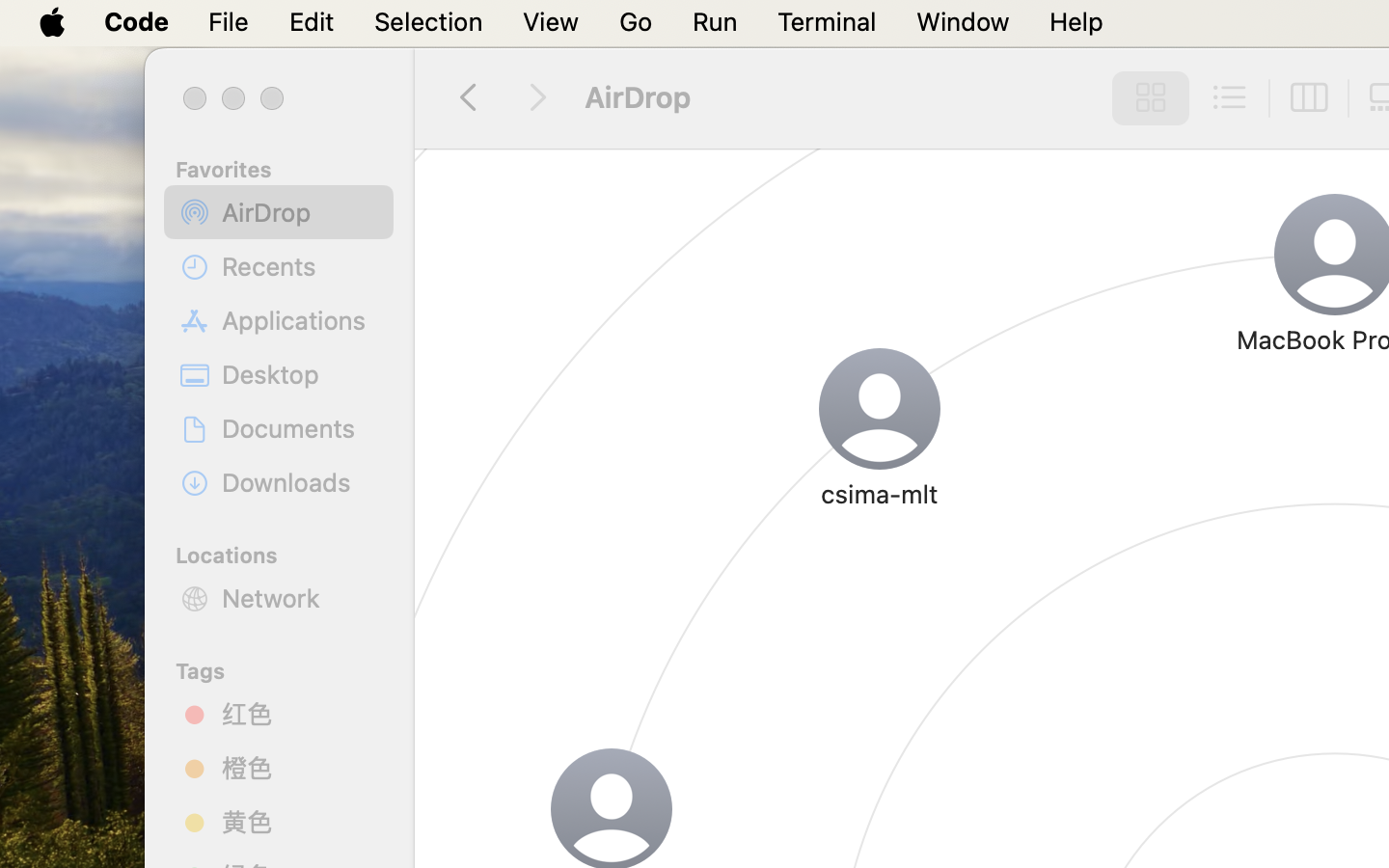 The image size is (1389, 868). What do you see at coordinates (300, 265) in the screenshot?
I see `'Recents'` at bounding box center [300, 265].